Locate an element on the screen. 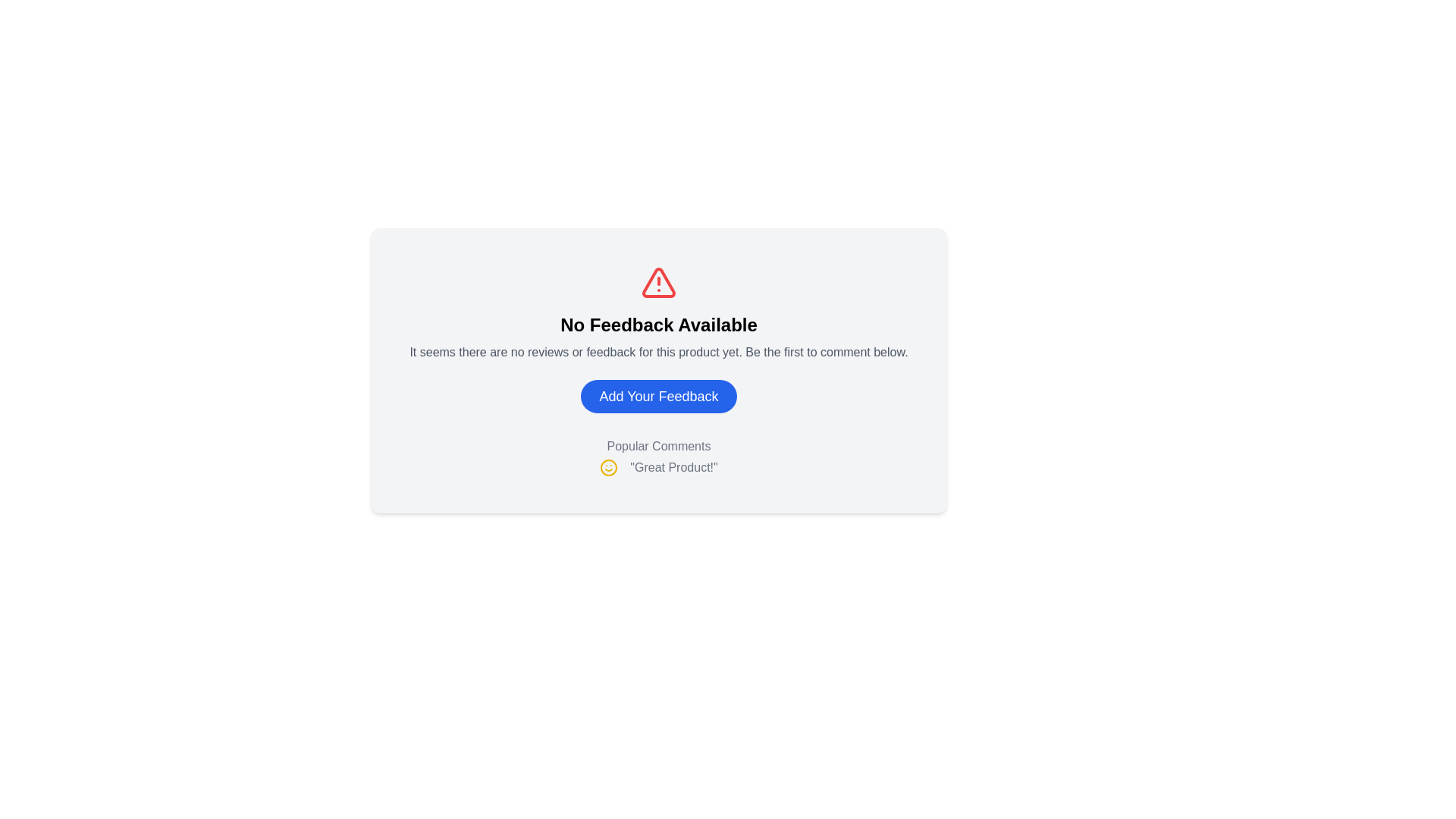 Image resolution: width=1456 pixels, height=819 pixels. the red triangular warning icon located at the top of the light gray box, which is directly above the 'No Feedback Available' text is located at coordinates (658, 283).